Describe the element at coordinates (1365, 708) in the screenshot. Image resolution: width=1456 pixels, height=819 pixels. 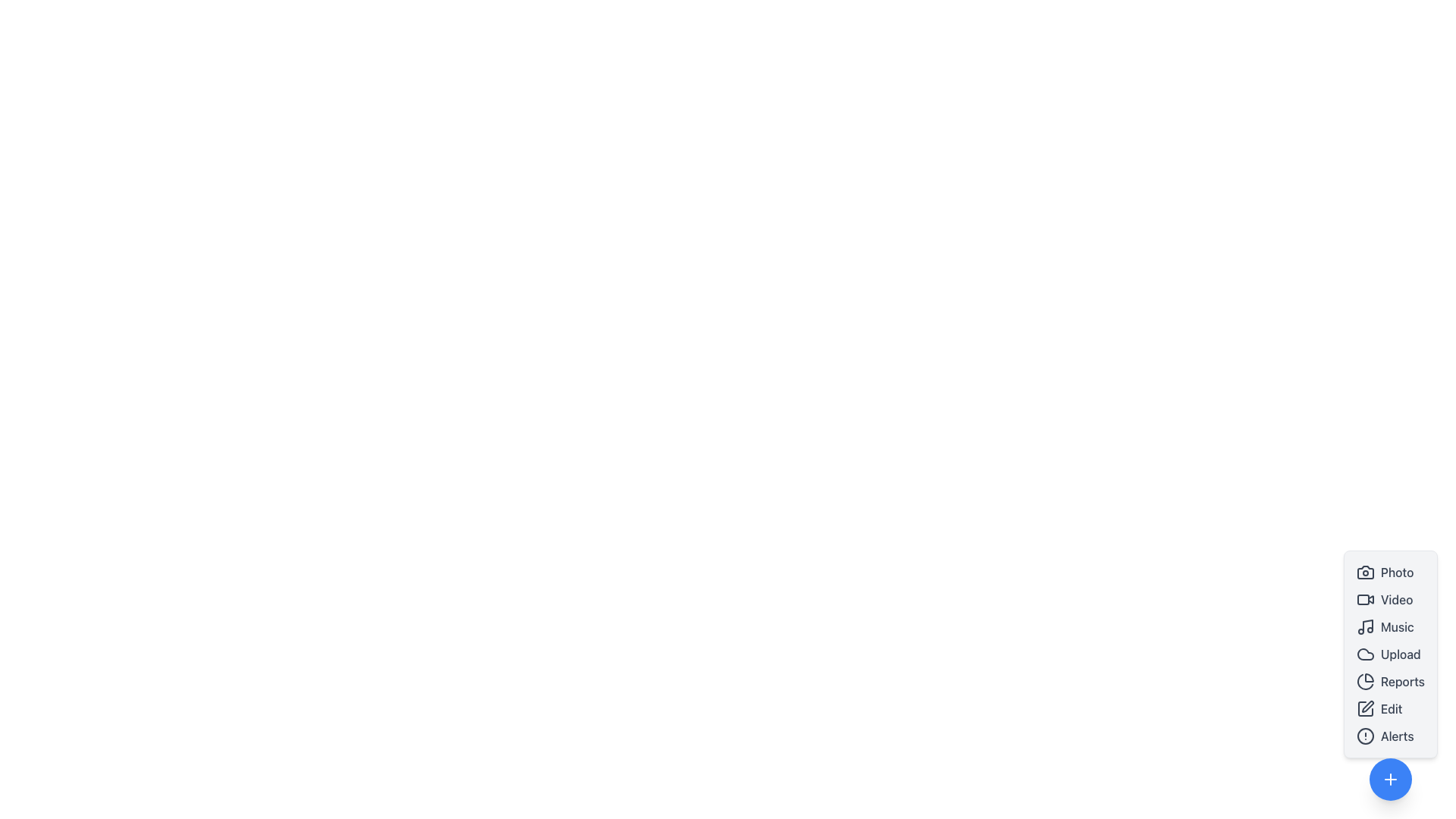
I see `the gray square-shaped icon with a pen inside, located on the left side of the 'Edit' option in the vertical menu` at that location.